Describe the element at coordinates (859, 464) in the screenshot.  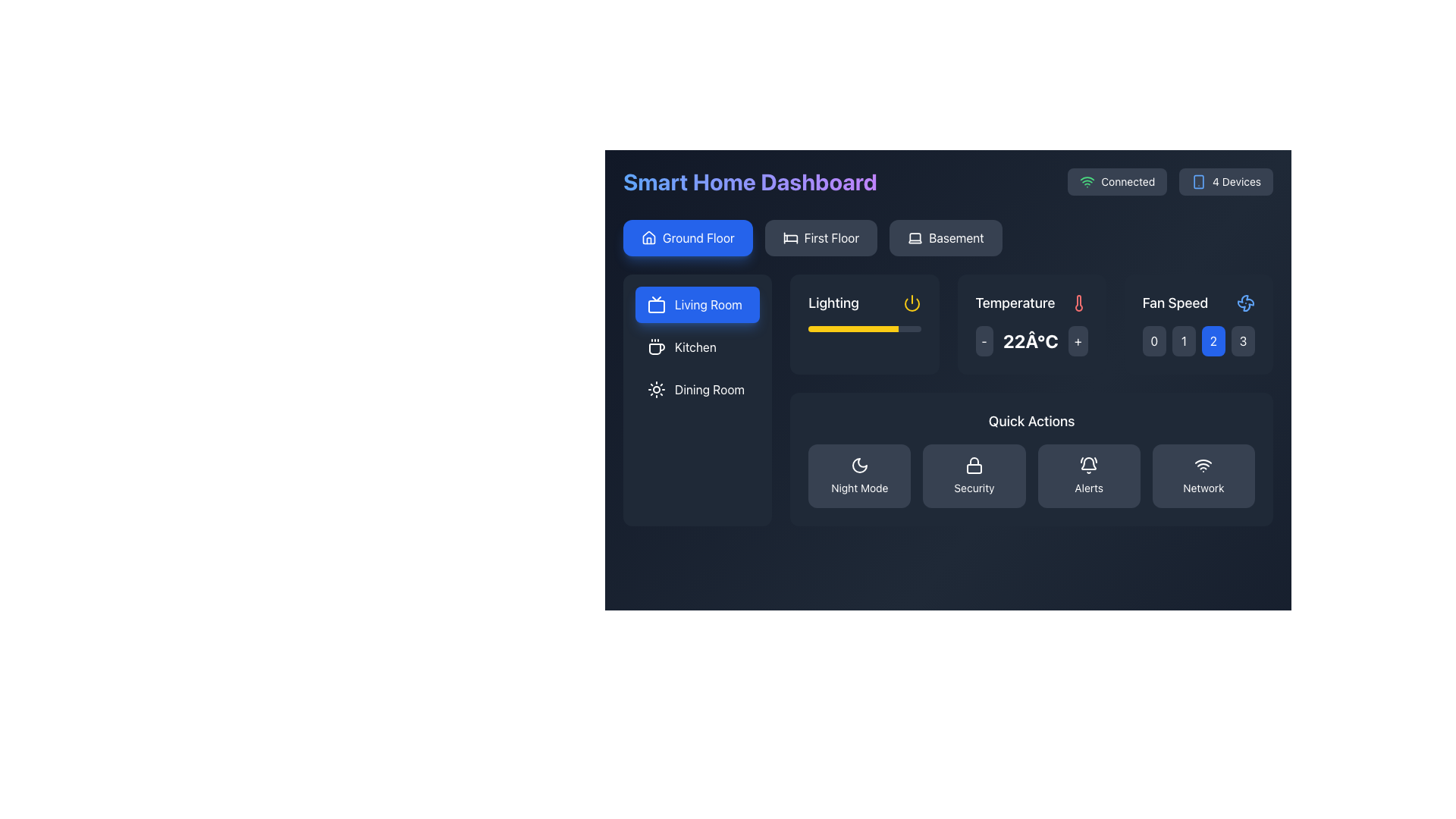
I see `the 'Night Mode' button that contains the crescent moon icon` at that location.